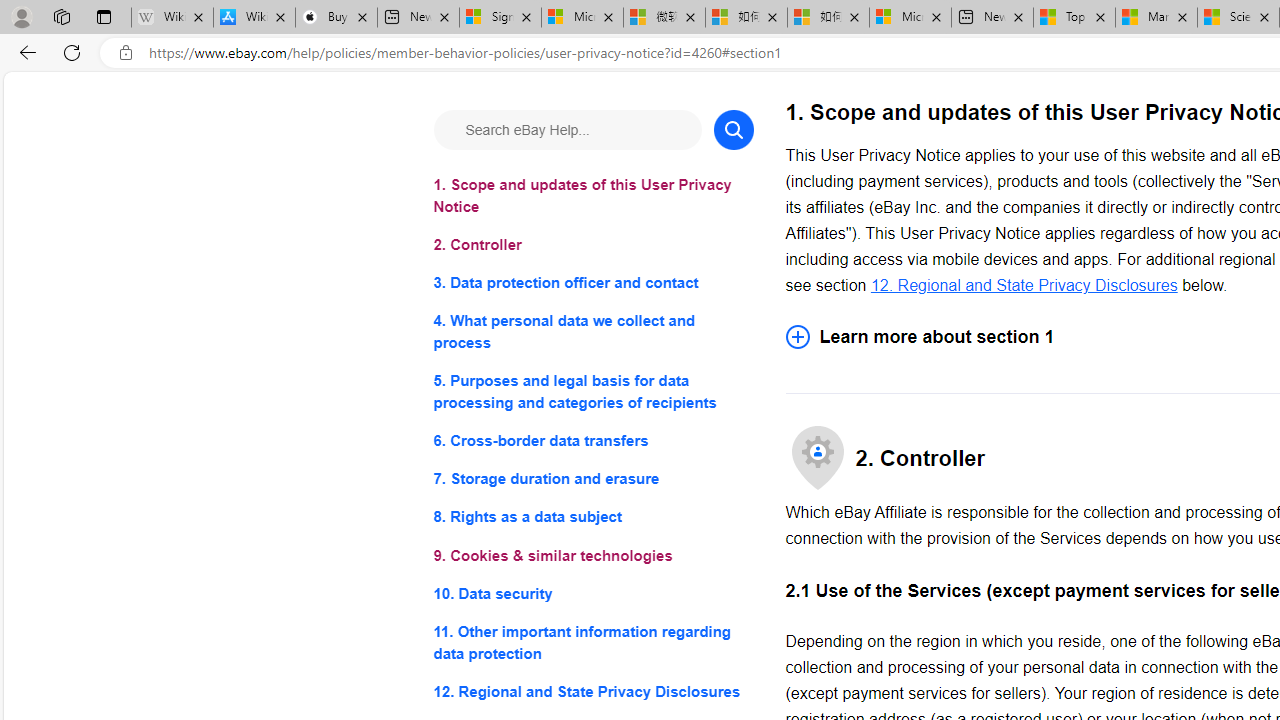  What do you see at coordinates (592, 440) in the screenshot?
I see `'6. Cross-border data transfers'` at bounding box center [592, 440].